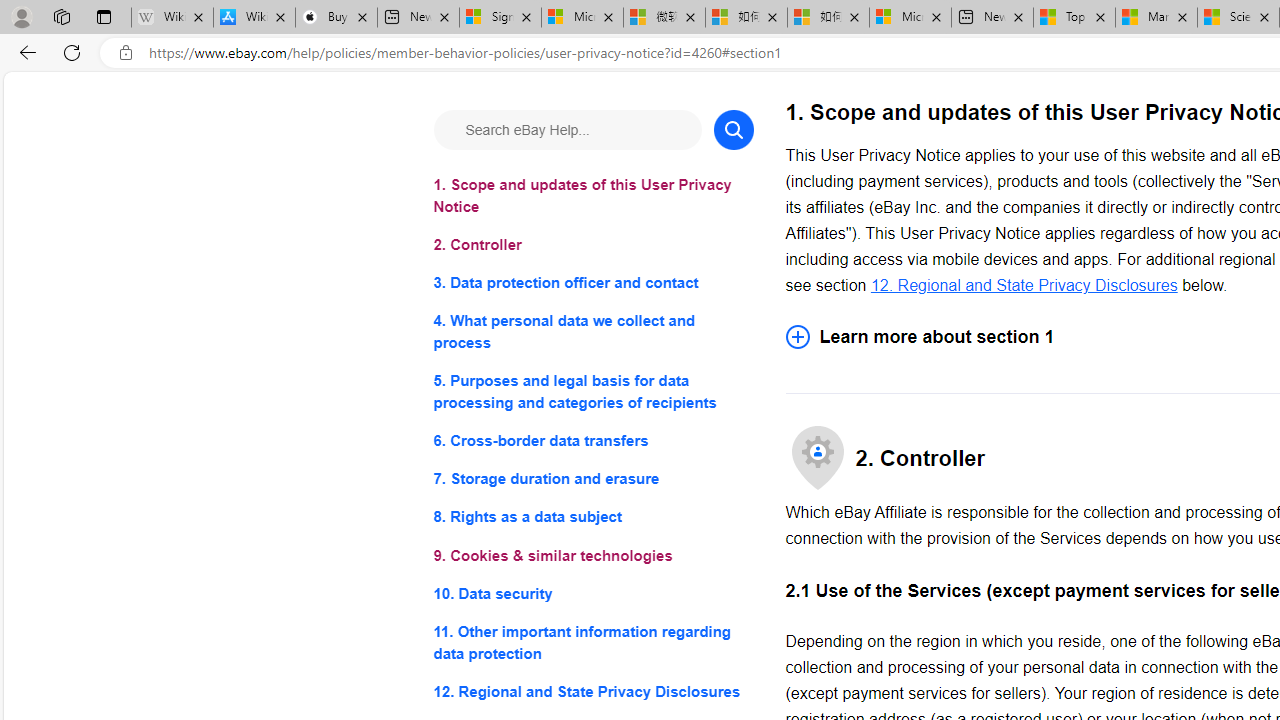  What do you see at coordinates (592, 440) in the screenshot?
I see `'6. Cross-border data transfers'` at bounding box center [592, 440].